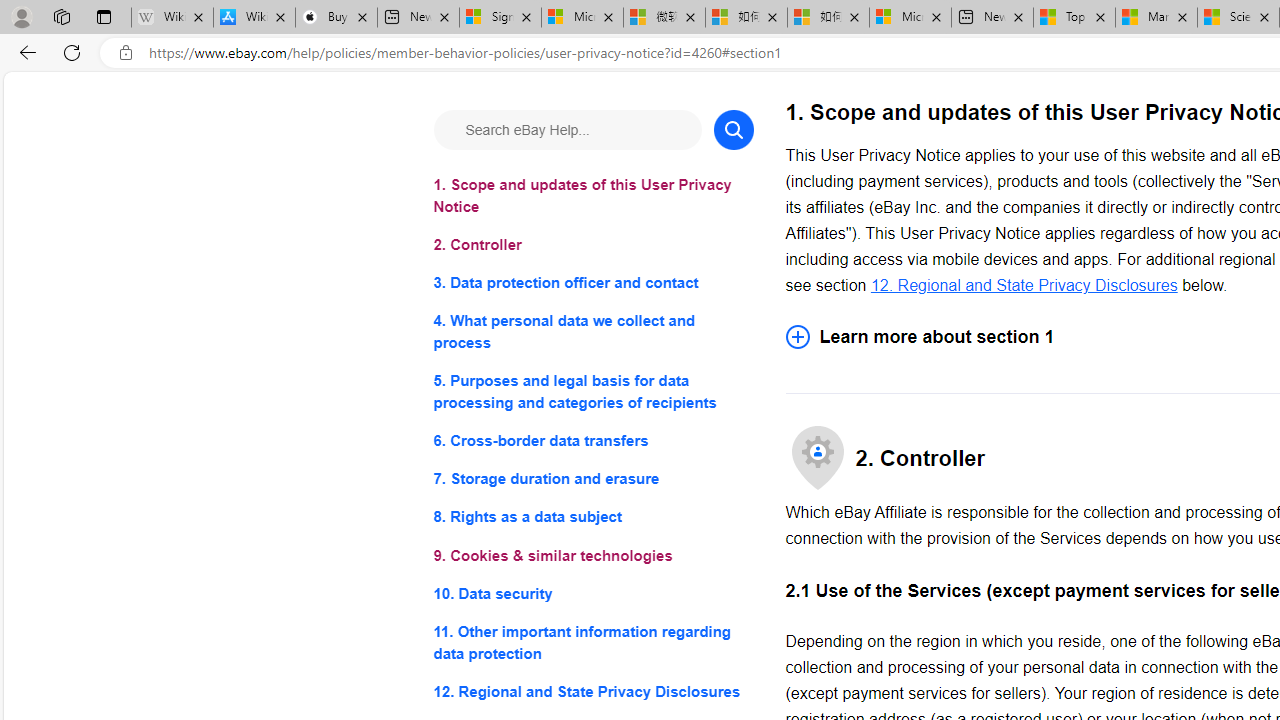  What do you see at coordinates (592, 440) in the screenshot?
I see `'6. Cross-border data transfers'` at bounding box center [592, 440].